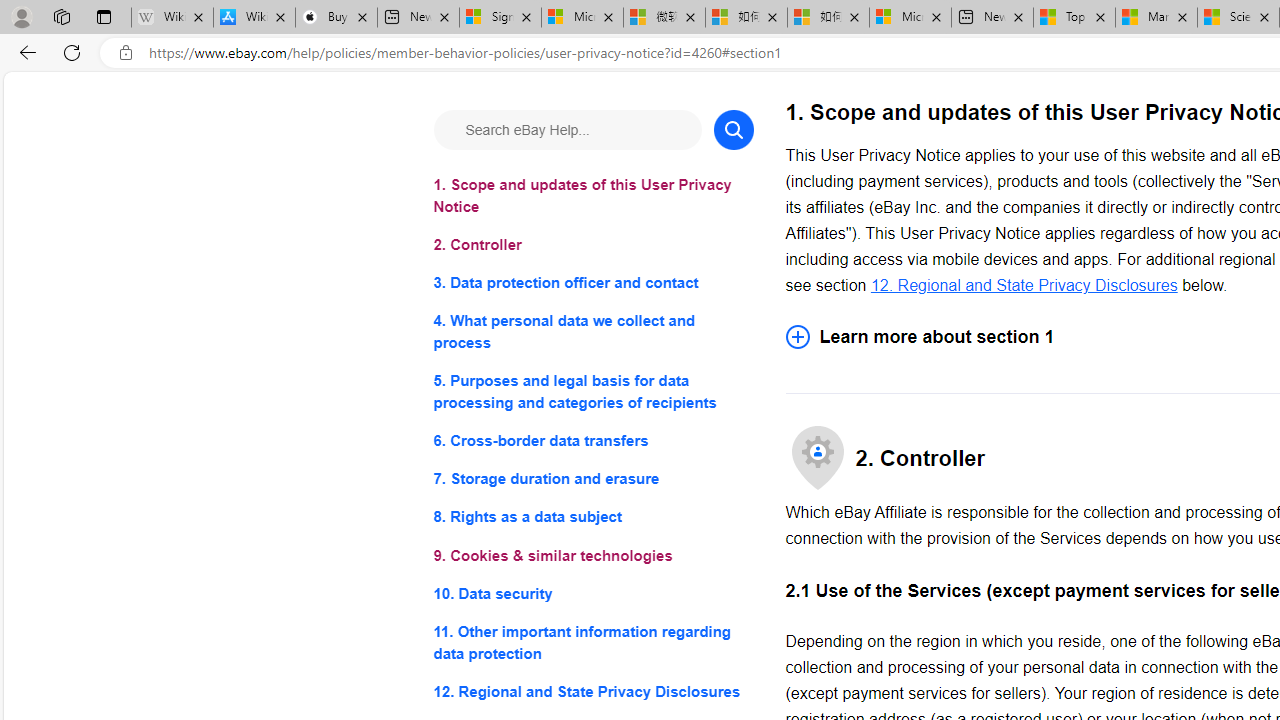  What do you see at coordinates (592, 440) in the screenshot?
I see `'6. Cross-border data transfers'` at bounding box center [592, 440].